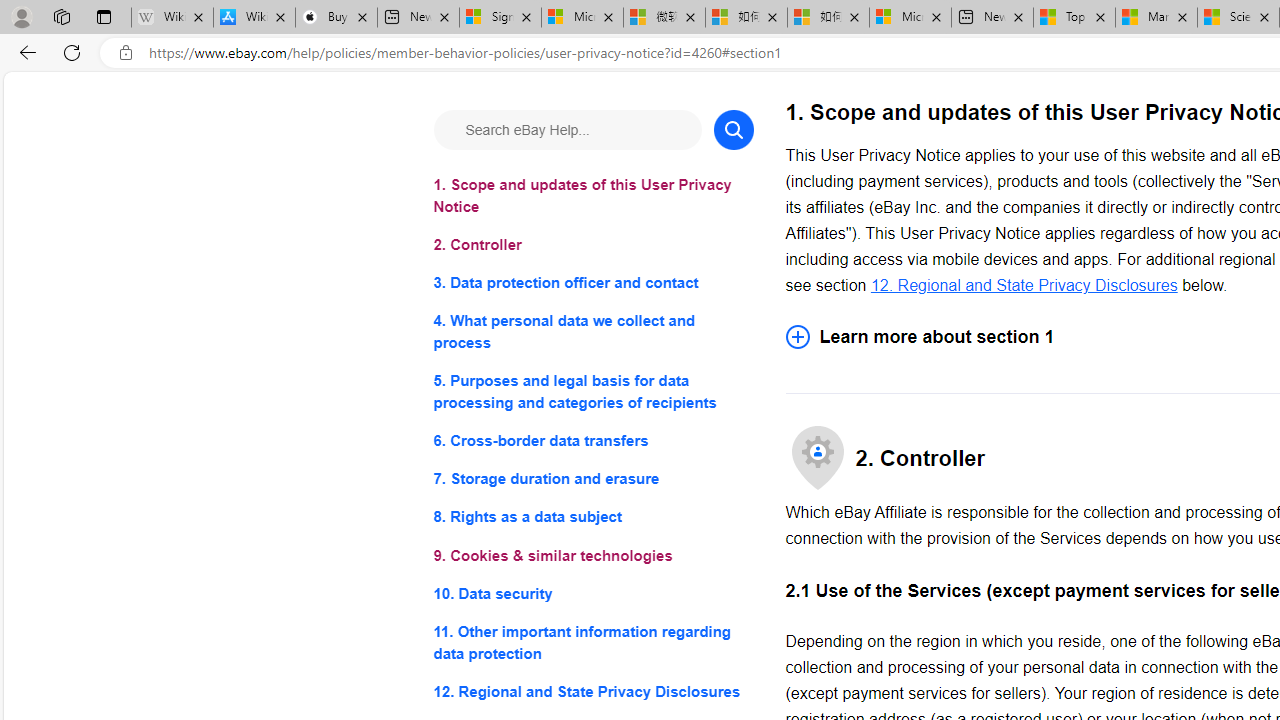  What do you see at coordinates (592, 440) in the screenshot?
I see `'6. Cross-border data transfers'` at bounding box center [592, 440].